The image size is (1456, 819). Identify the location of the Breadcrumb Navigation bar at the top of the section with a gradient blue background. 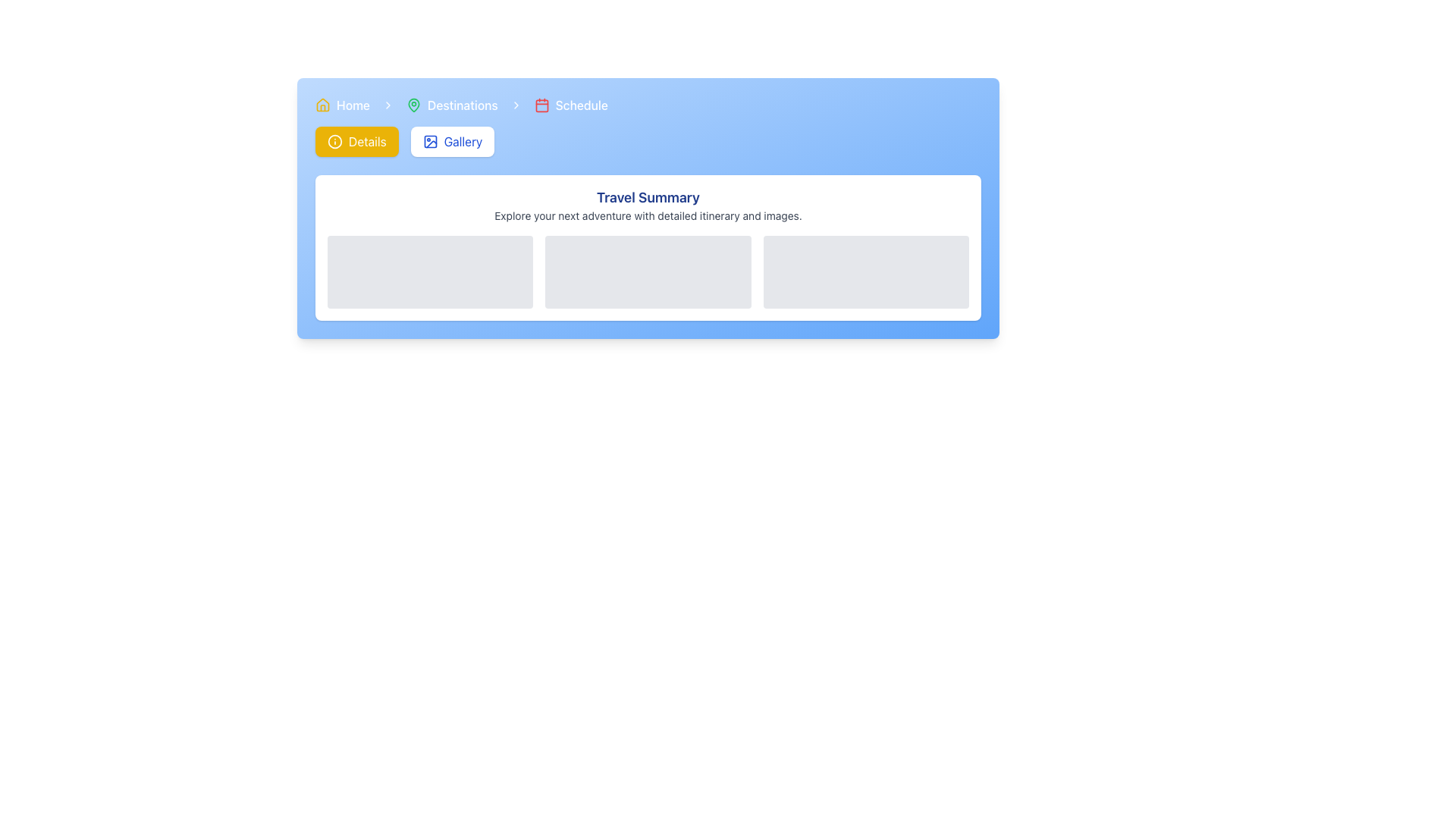
(648, 104).